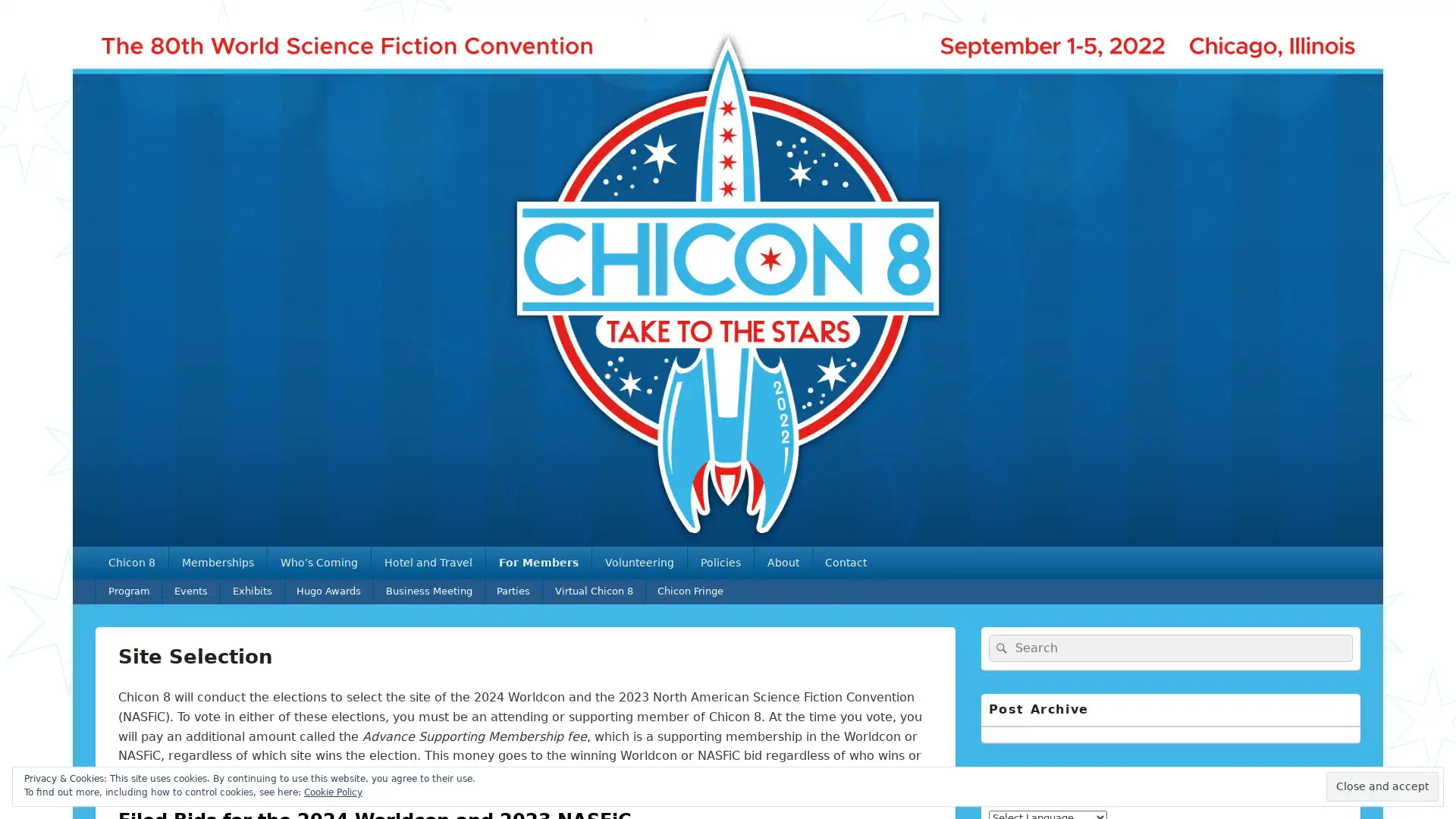 The width and height of the screenshot is (1456, 819). What do you see at coordinates (999, 647) in the screenshot?
I see `Search` at bounding box center [999, 647].